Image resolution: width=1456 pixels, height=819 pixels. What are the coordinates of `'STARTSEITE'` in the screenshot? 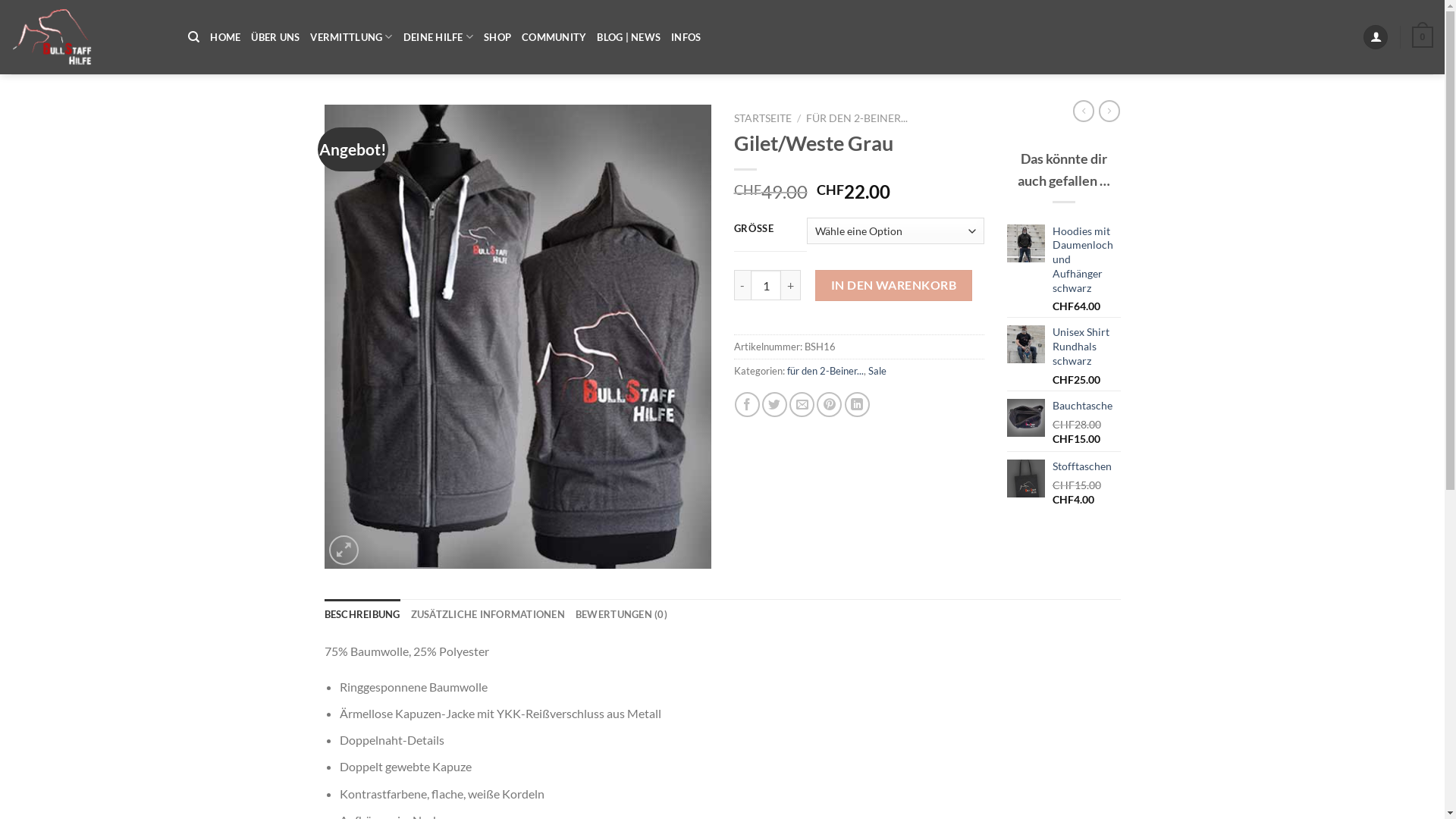 It's located at (763, 117).